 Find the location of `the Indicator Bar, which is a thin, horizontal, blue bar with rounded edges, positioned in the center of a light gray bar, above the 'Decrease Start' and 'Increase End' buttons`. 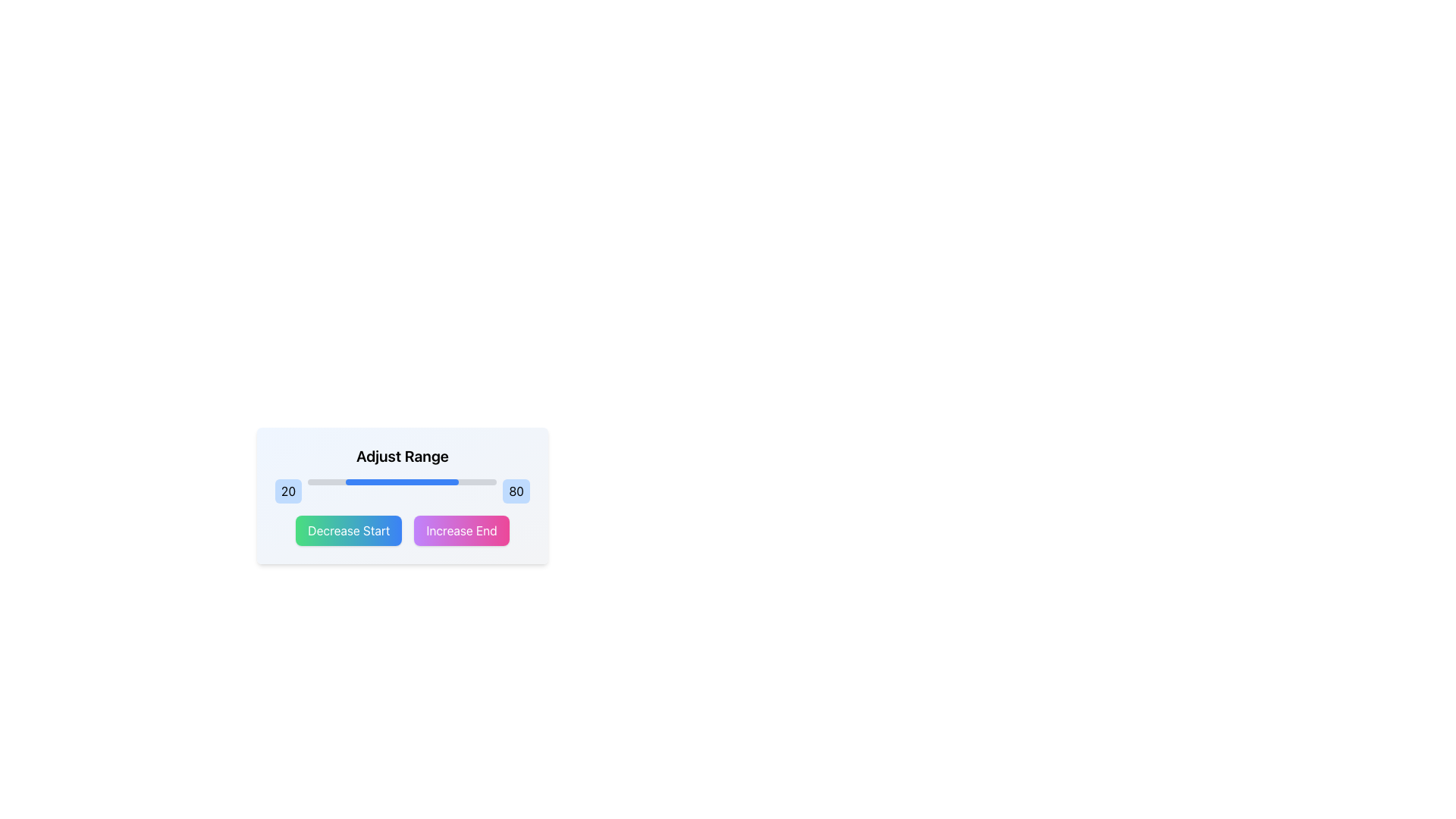

the Indicator Bar, which is a thin, horizontal, blue bar with rounded edges, positioned in the center of a light gray bar, above the 'Decrease Start' and 'Increase End' buttons is located at coordinates (402, 482).